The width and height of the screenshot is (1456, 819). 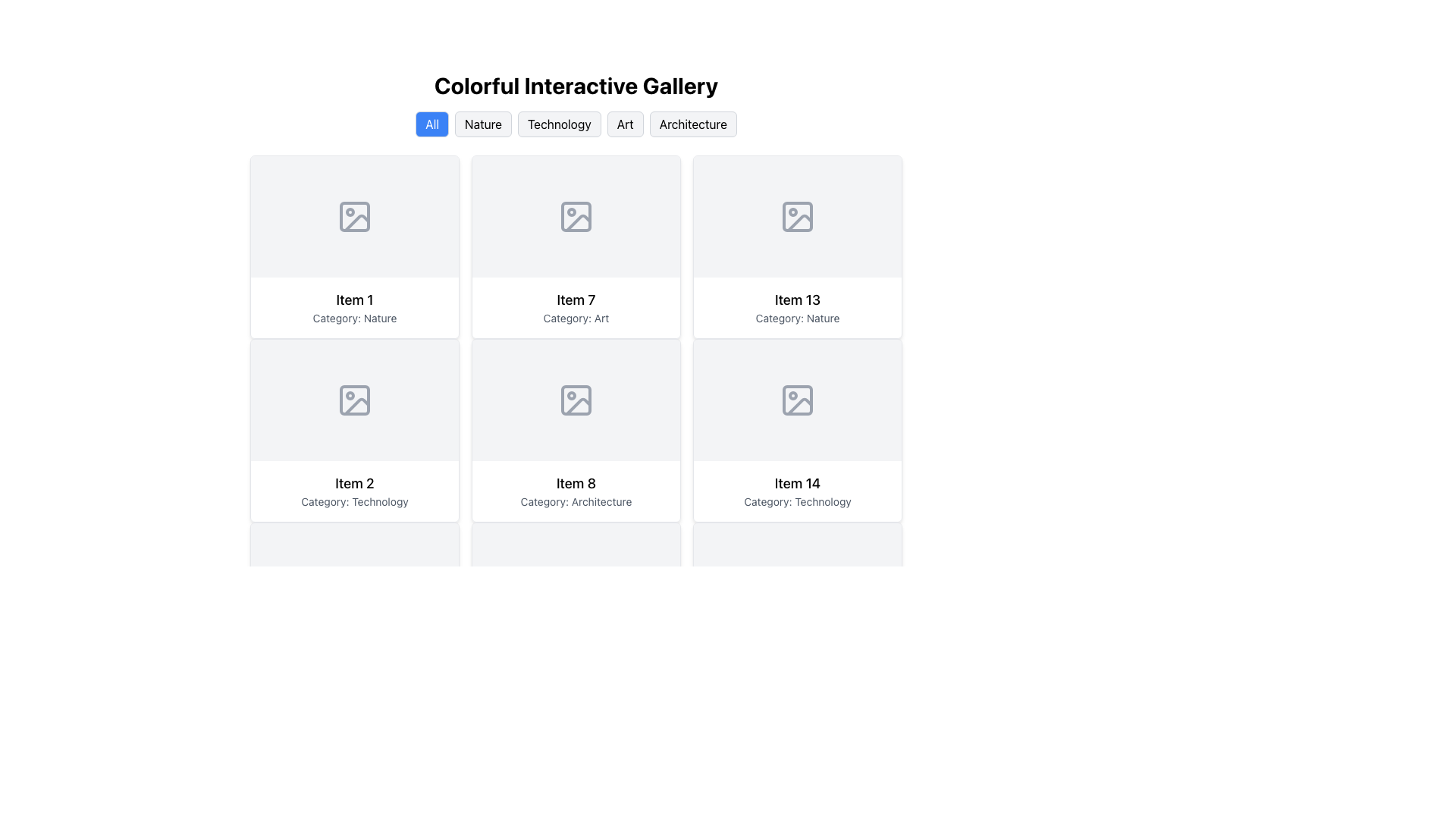 I want to click on the text label displaying 'Category: Architecture' located beneath the heading 'Item 8' within the third card of the second row in the grid-style gallery interface, so click(x=575, y=502).